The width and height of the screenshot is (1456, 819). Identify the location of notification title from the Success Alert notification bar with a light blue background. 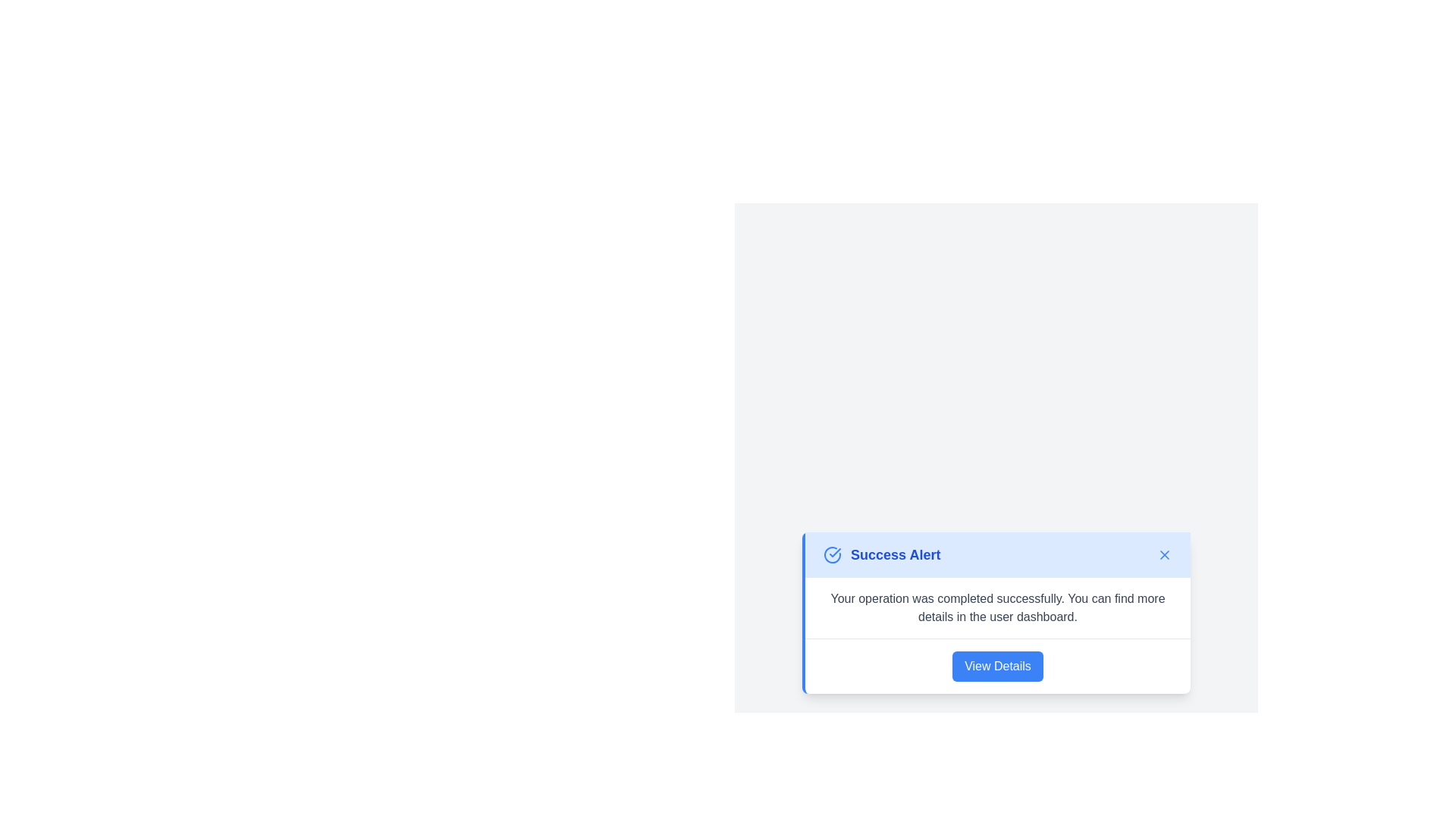
(997, 554).